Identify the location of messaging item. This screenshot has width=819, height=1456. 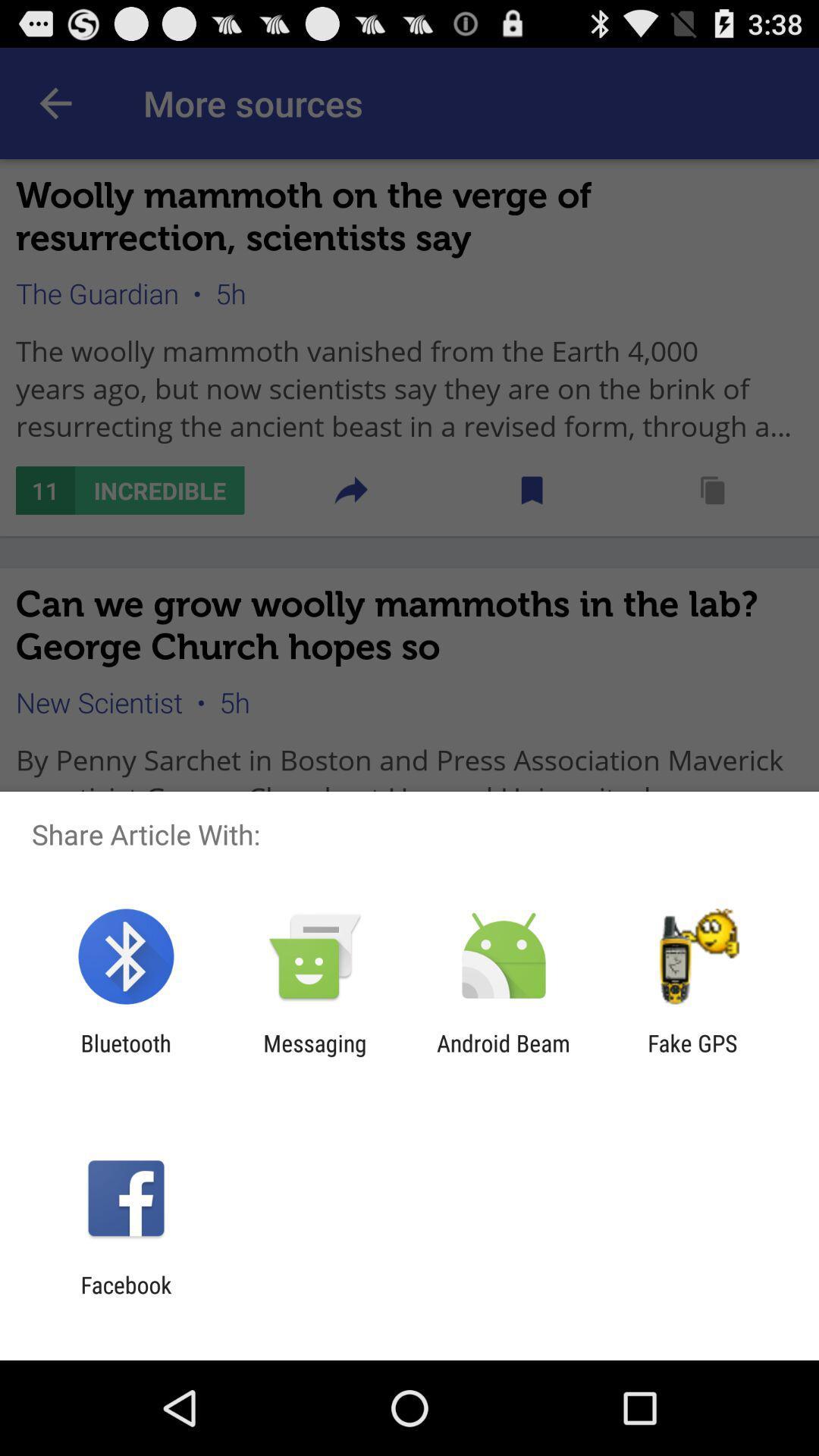
(314, 1056).